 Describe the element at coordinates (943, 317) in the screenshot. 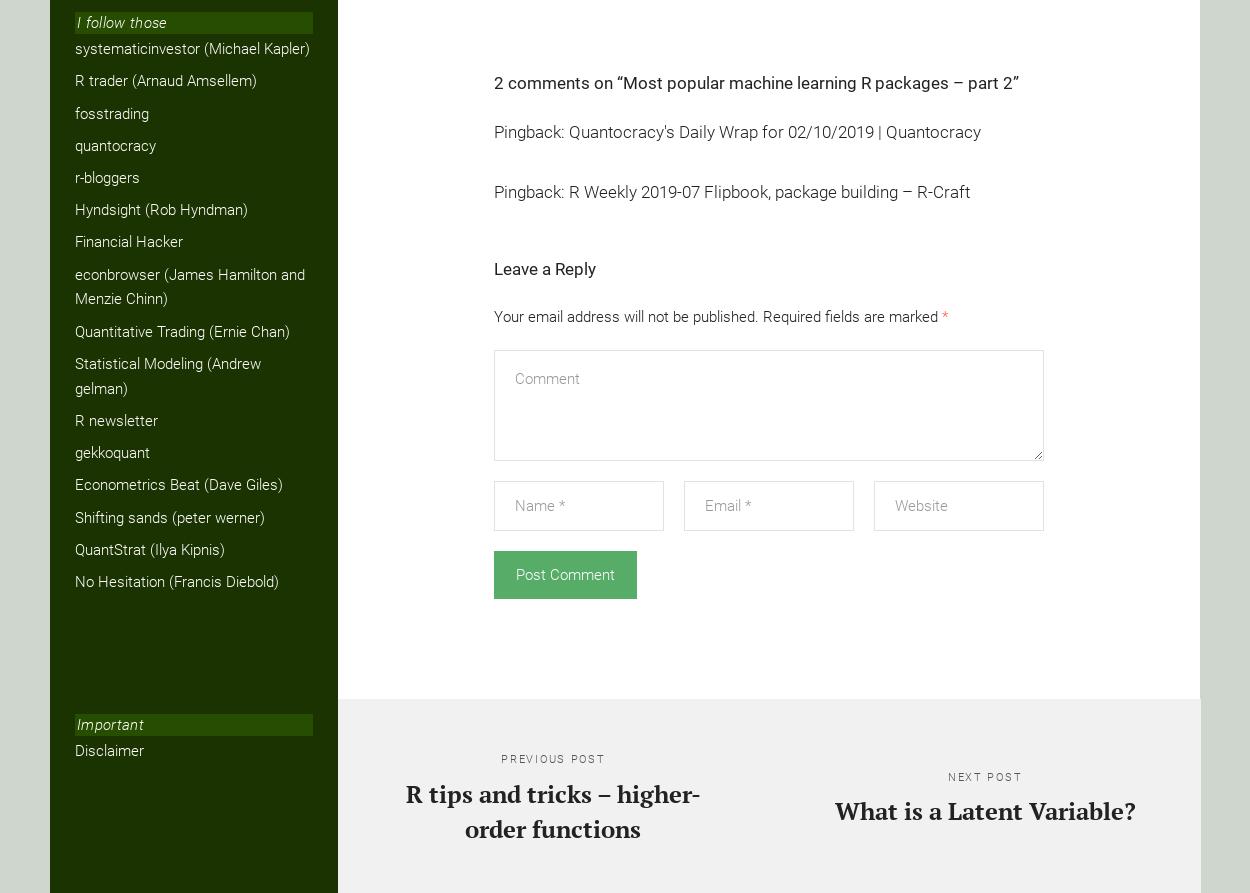

I see `'*'` at that location.